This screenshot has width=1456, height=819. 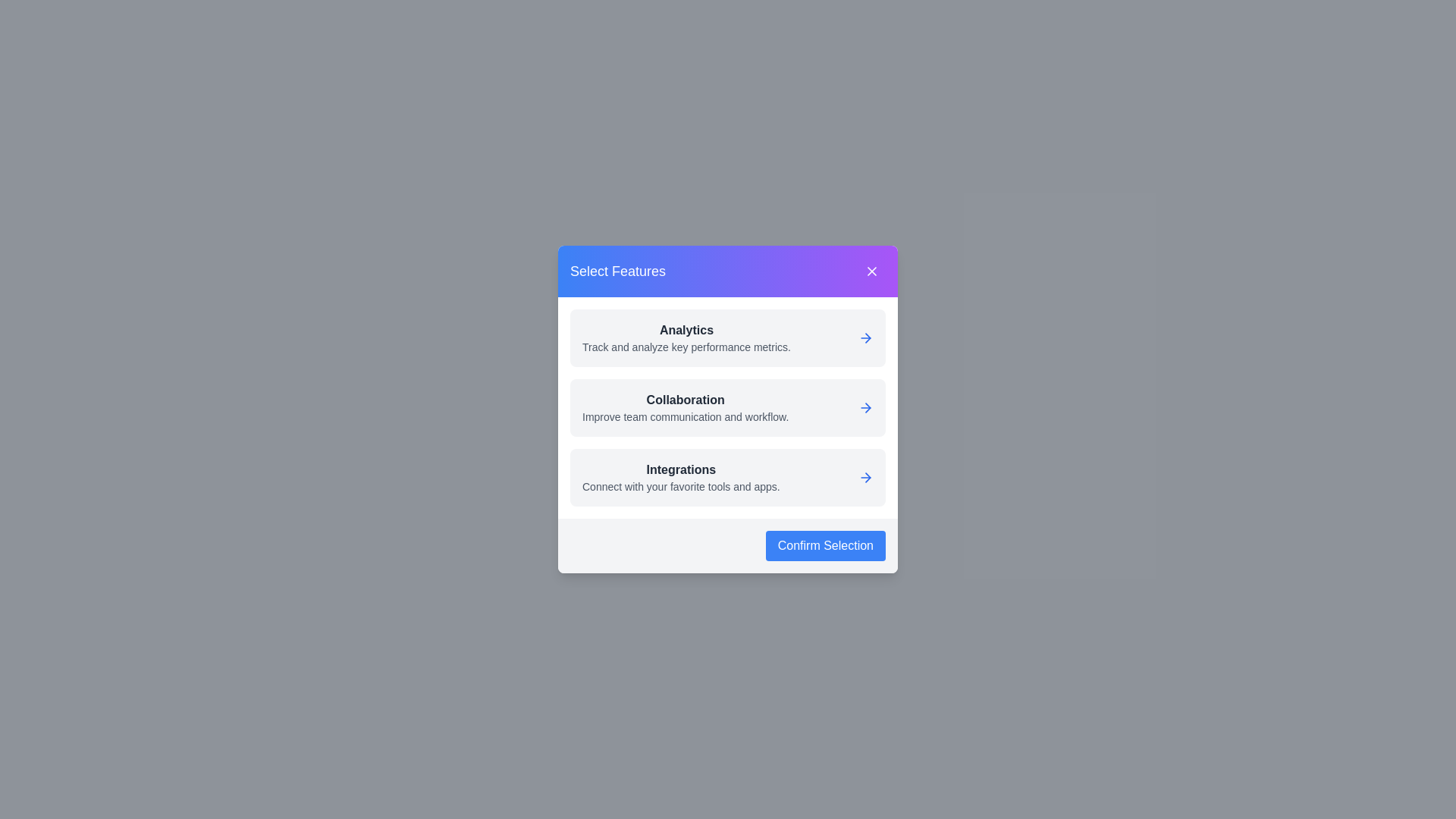 I want to click on the feature card labeled Integrations, so click(x=728, y=476).